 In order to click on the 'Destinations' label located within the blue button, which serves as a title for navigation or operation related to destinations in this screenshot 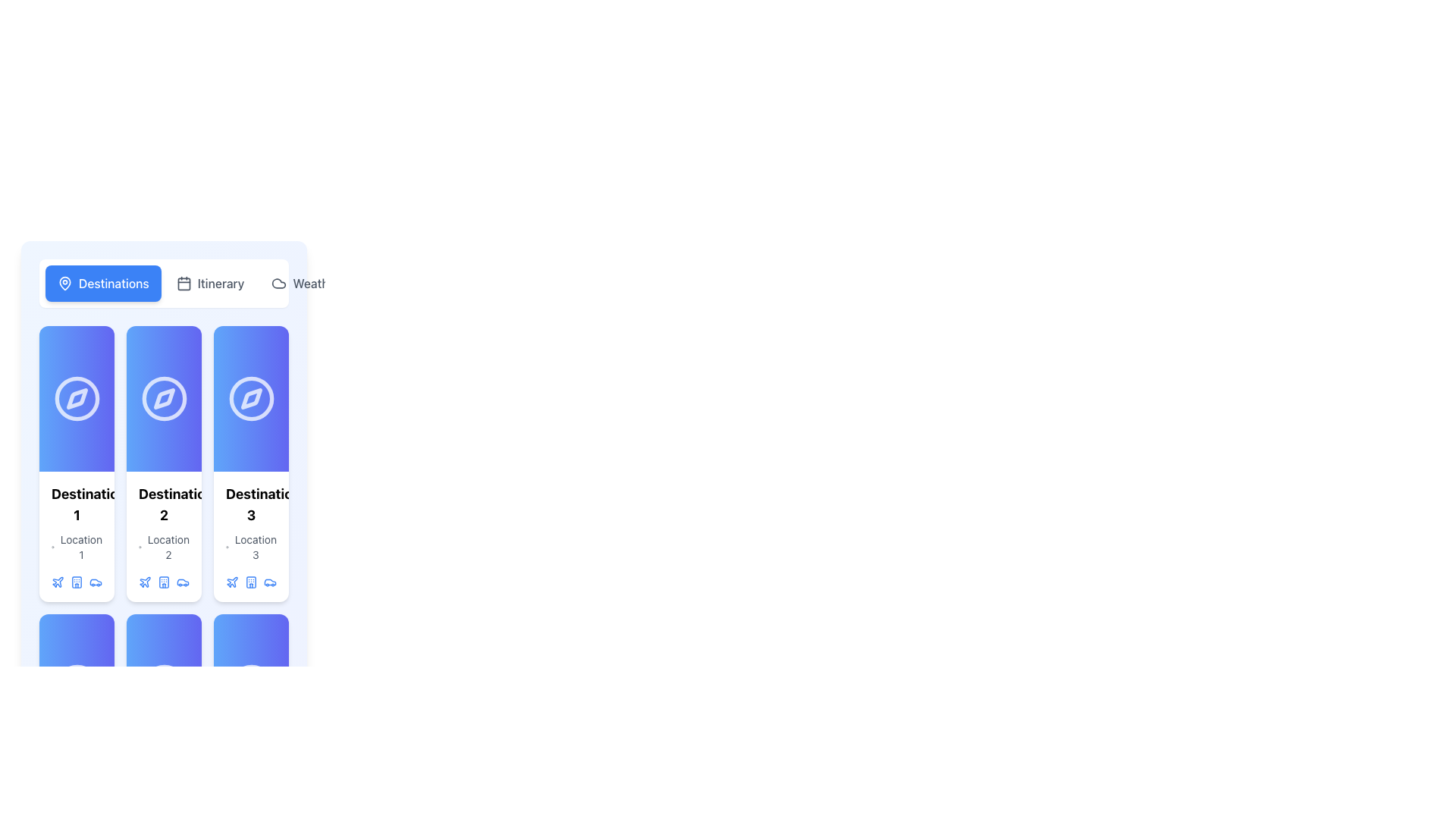, I will do `click(113, 284)`.